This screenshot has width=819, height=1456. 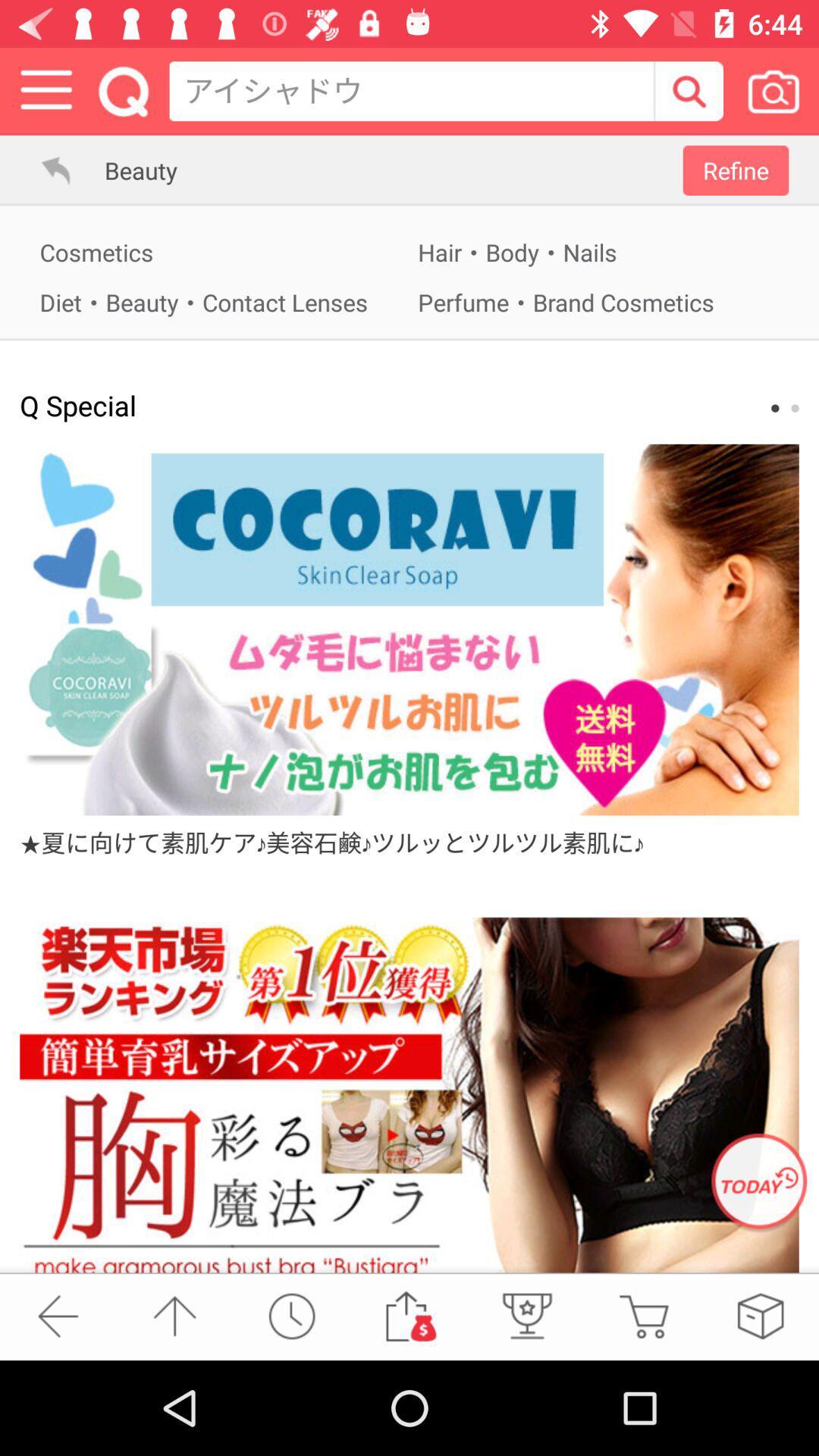 I want to click on the search icon, so click(x=688, y=90).